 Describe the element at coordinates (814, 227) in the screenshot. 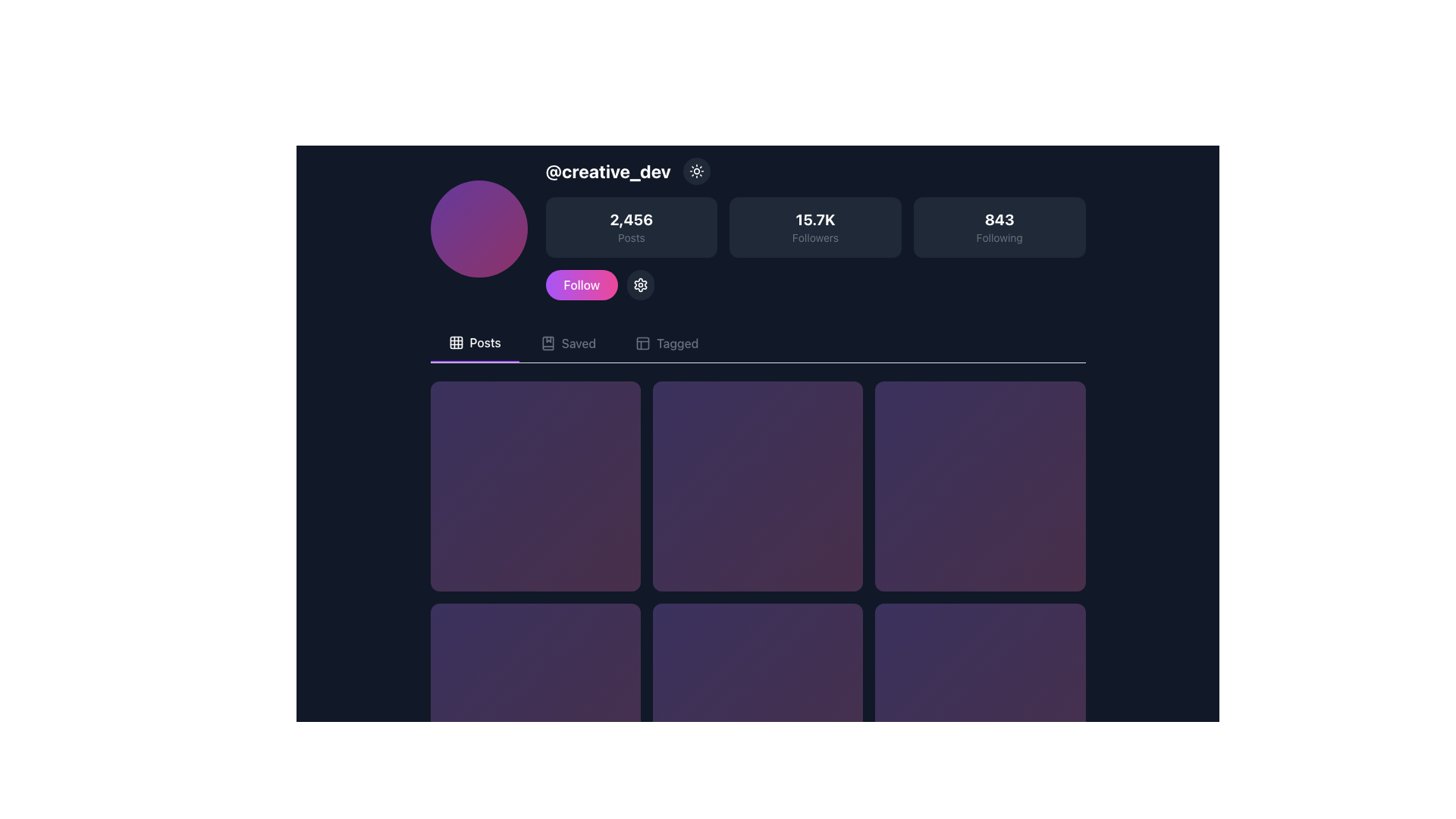

I see `the Text block displaying '15.7K Followers', which is the second element in a grid layout, characterized by a dark grey rounded background and bold numeric count` at that location.